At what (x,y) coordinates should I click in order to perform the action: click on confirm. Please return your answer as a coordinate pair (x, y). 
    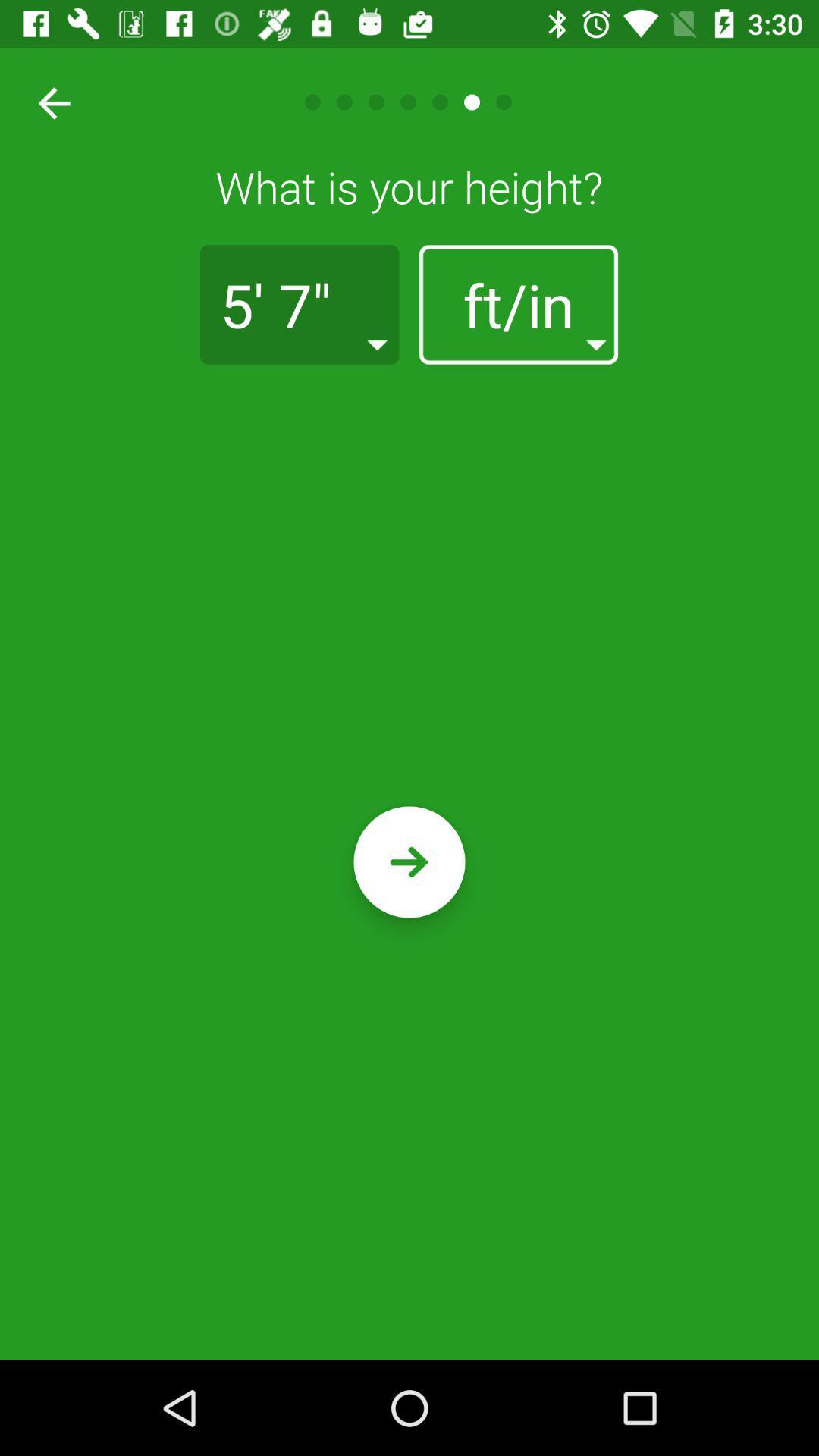
    Looking at the image, I should click on (409, 862).